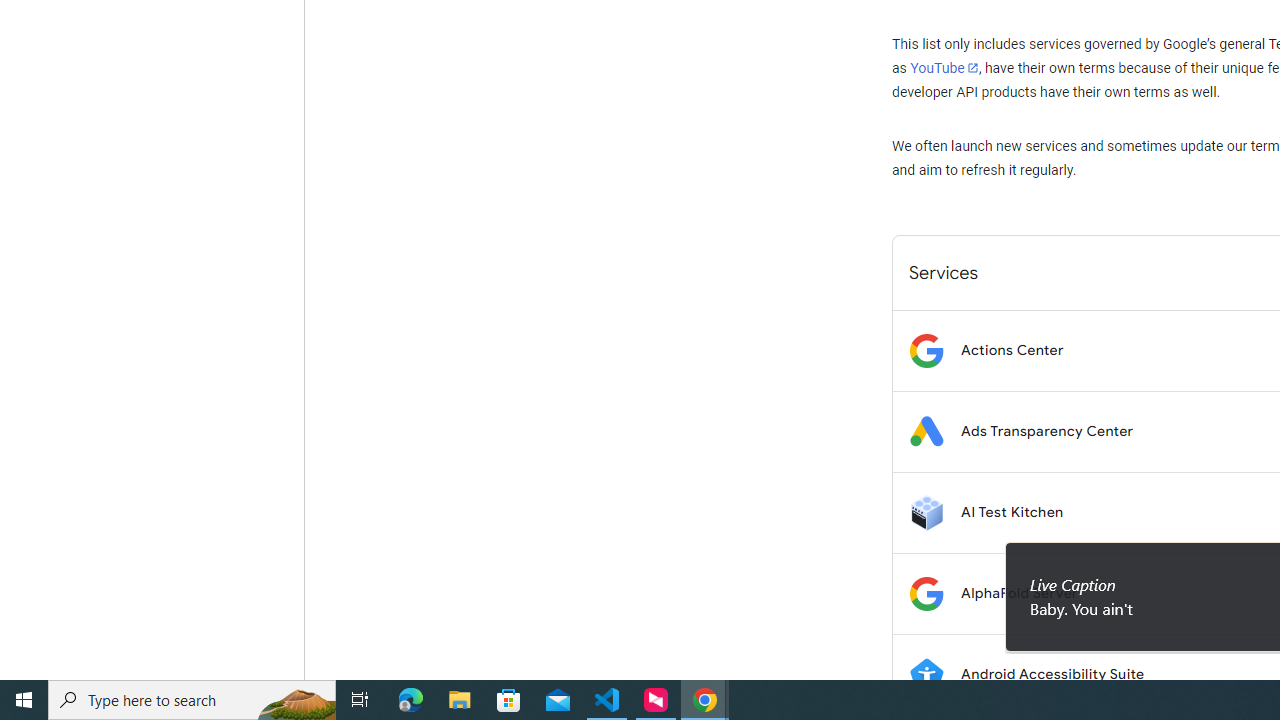 This screenshot has height=720, width=1280. I want to click on 'Logo for Ads Transparency Center', so click(925, 430).